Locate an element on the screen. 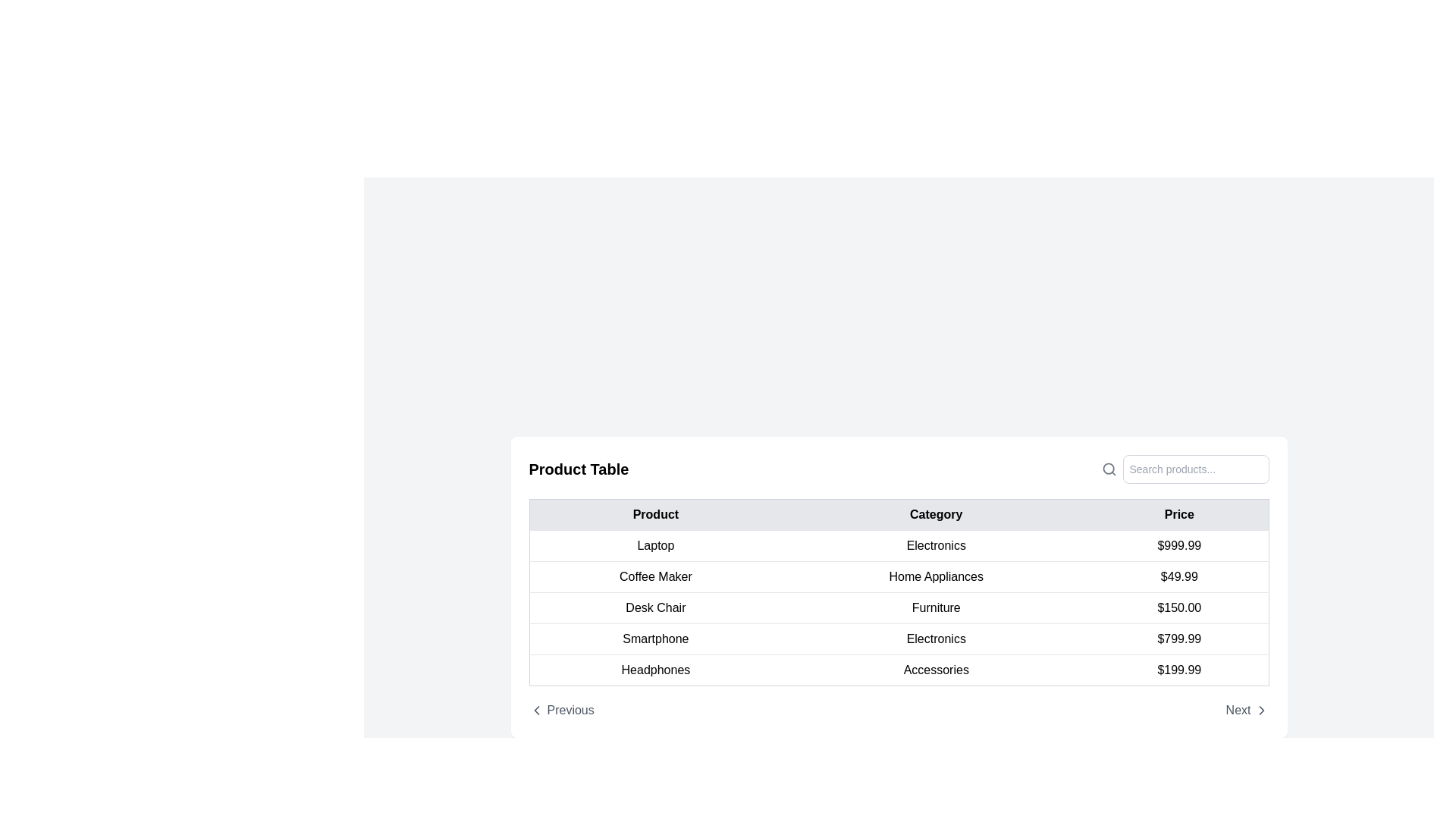 The width and height of the screenshot is (1456, 819). the visual indicator icon located to the left of the 'Previous' text in the bottom-left corner of the table interface, which functions is located at coordinates (536, 710).